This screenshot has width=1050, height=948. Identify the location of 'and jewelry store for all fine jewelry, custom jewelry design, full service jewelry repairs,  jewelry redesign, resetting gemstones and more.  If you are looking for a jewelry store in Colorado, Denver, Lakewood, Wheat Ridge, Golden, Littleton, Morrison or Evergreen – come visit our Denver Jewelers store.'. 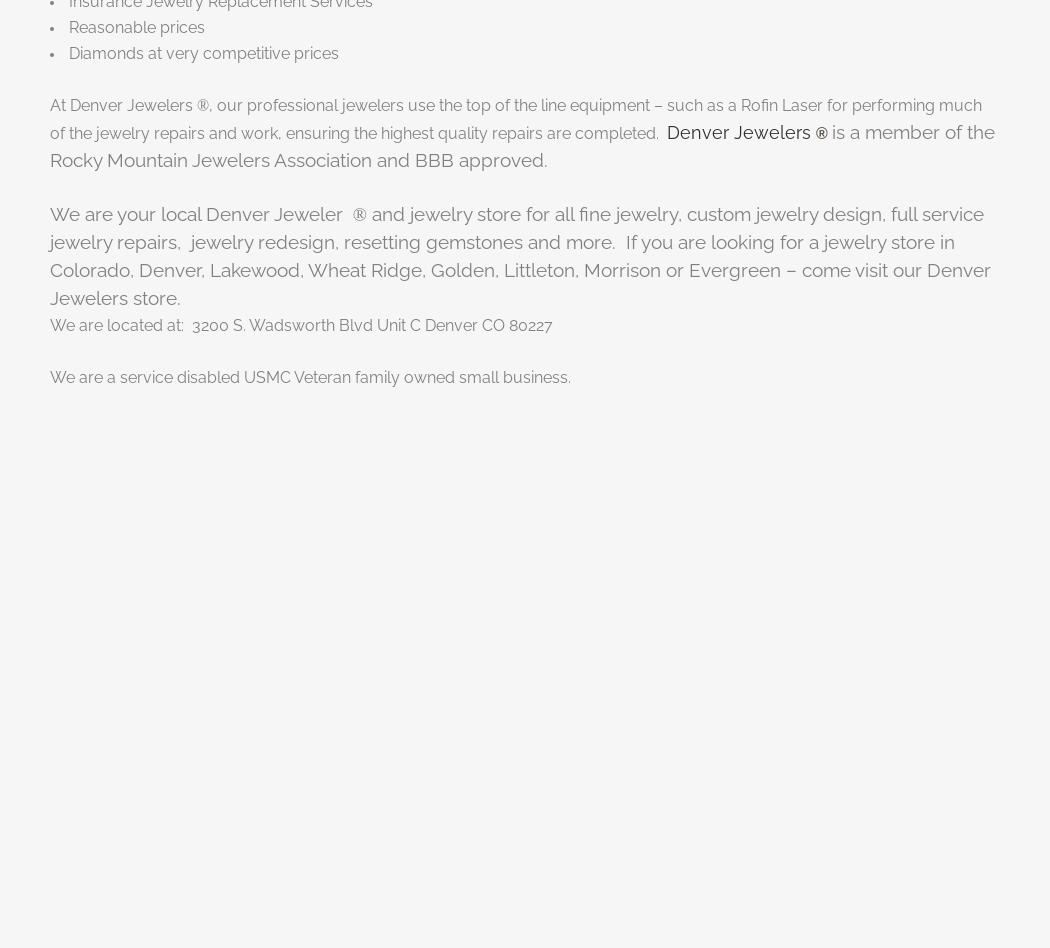
(519, 255).